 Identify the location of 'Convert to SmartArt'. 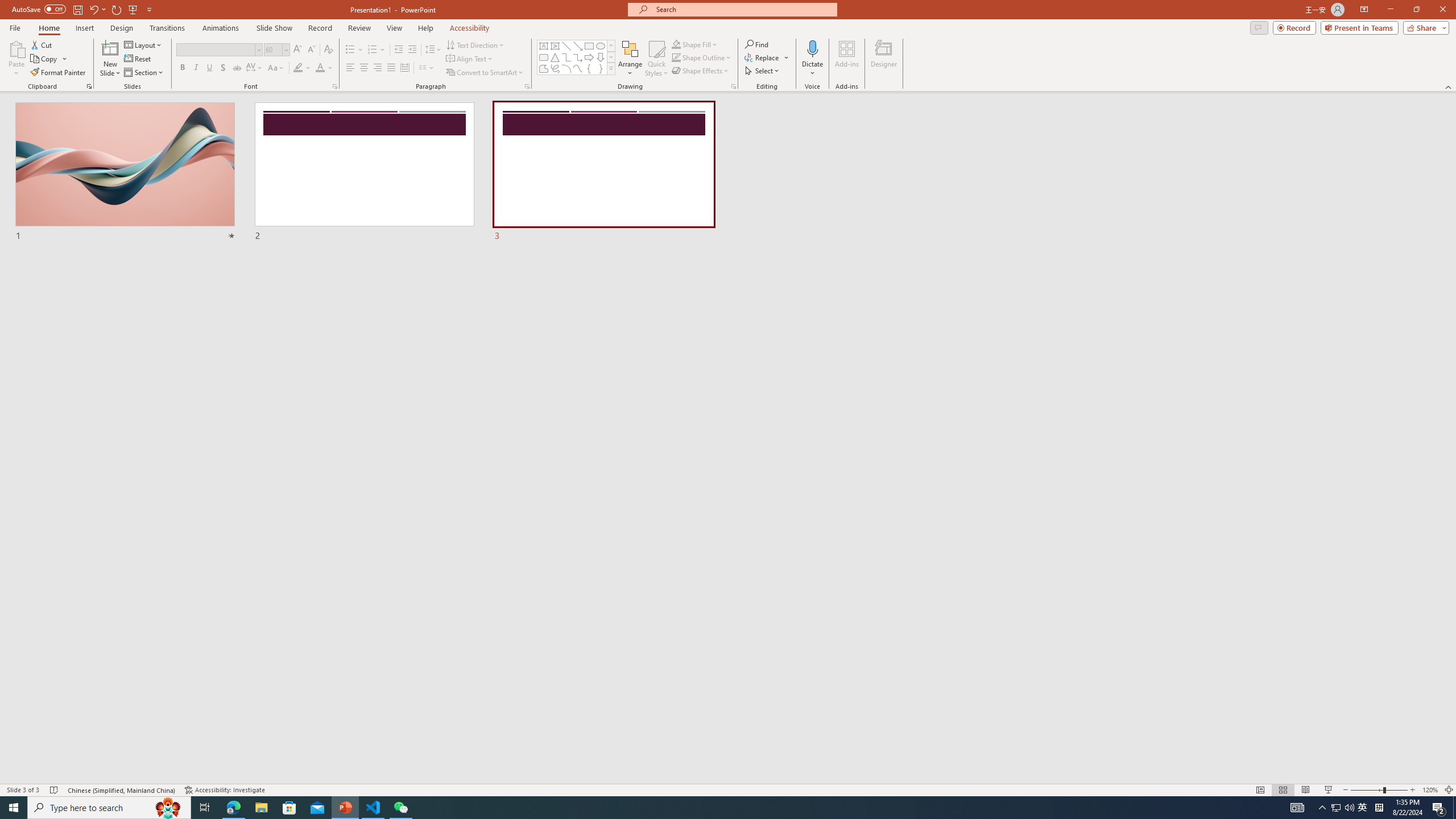
(485, 72).